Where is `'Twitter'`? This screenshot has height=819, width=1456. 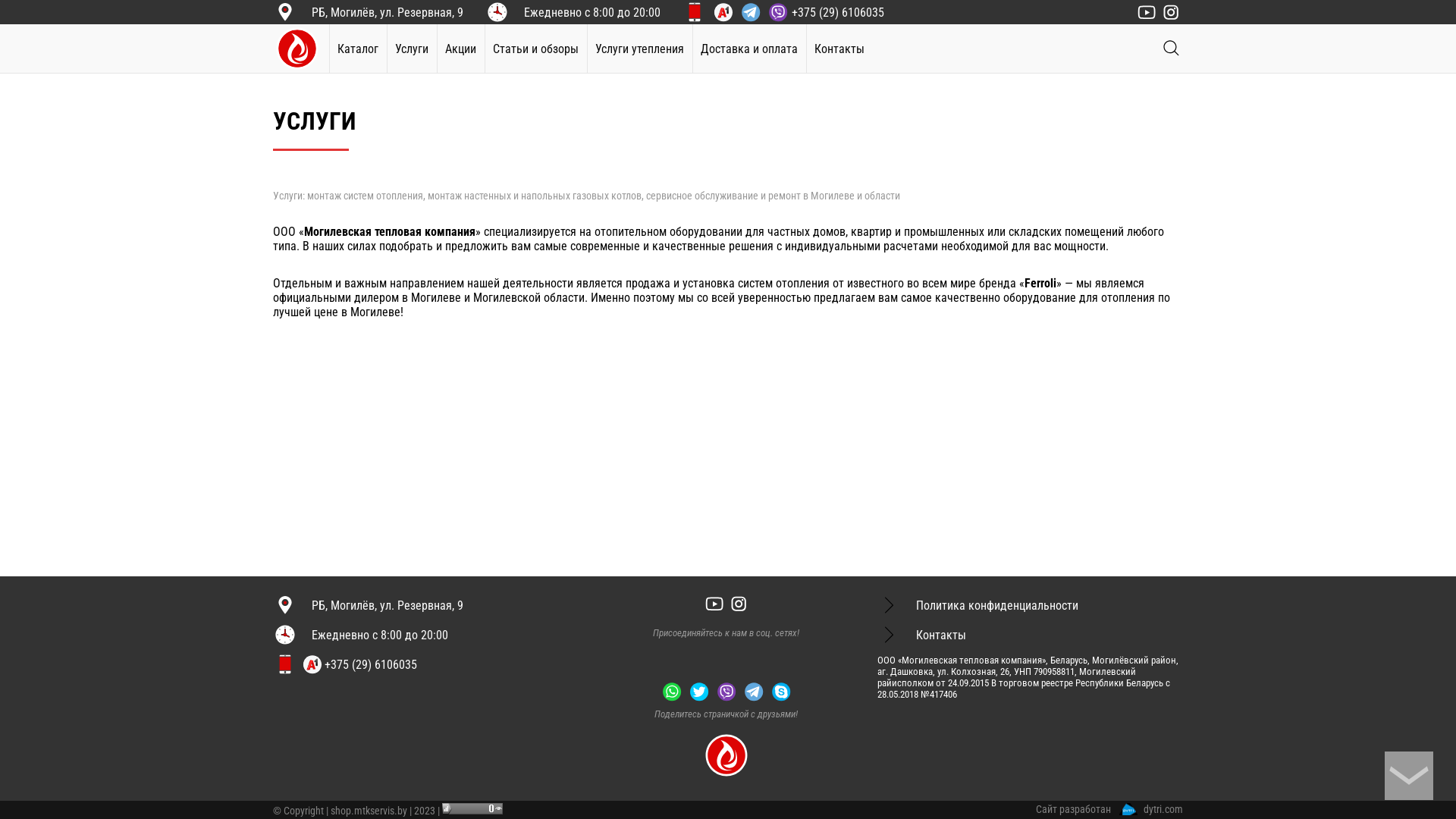 'Twitter' is located at coordinates (698, 691).